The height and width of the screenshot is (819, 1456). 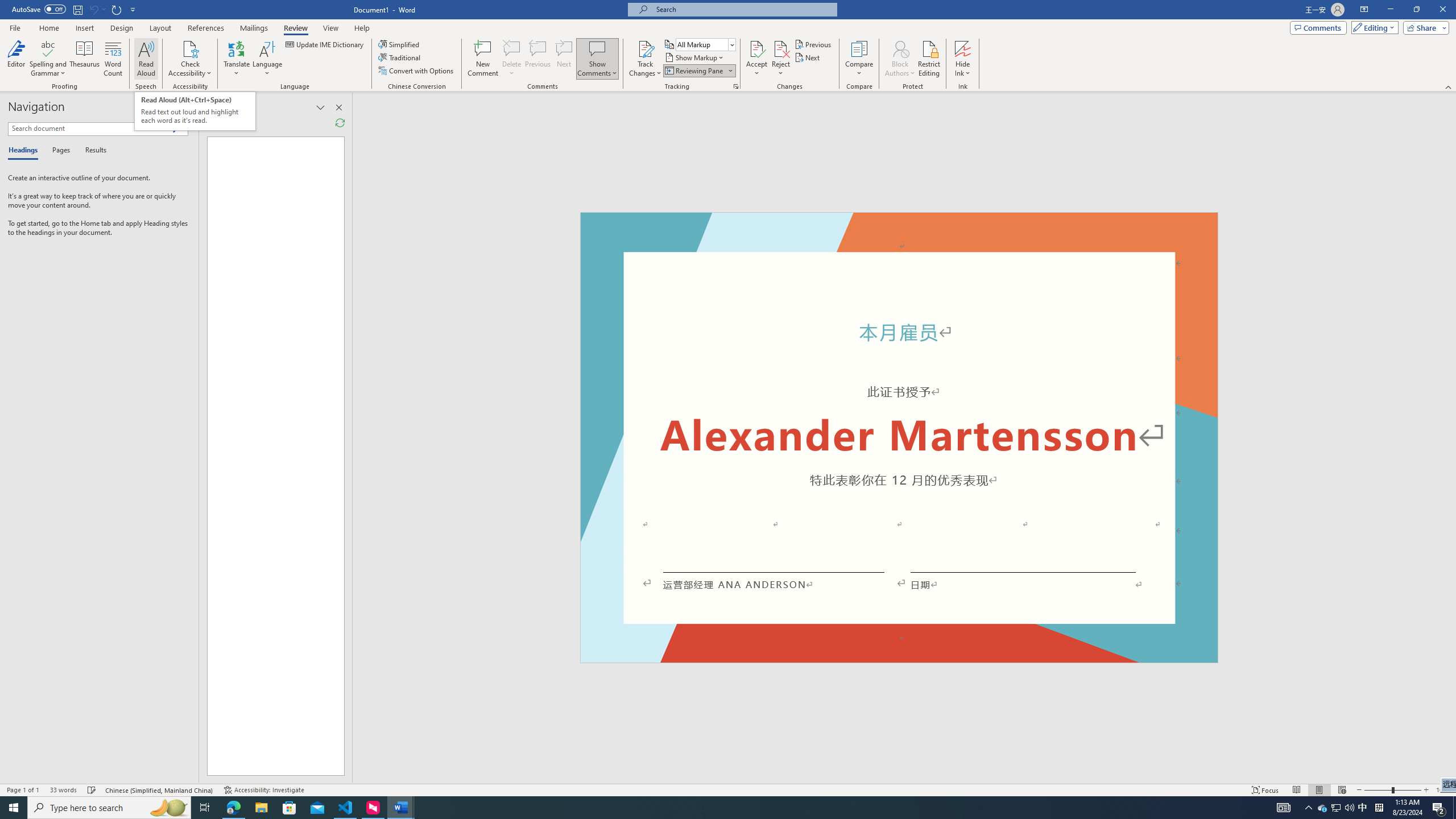 I want to click on 'Review', so click(x=295, y=28).